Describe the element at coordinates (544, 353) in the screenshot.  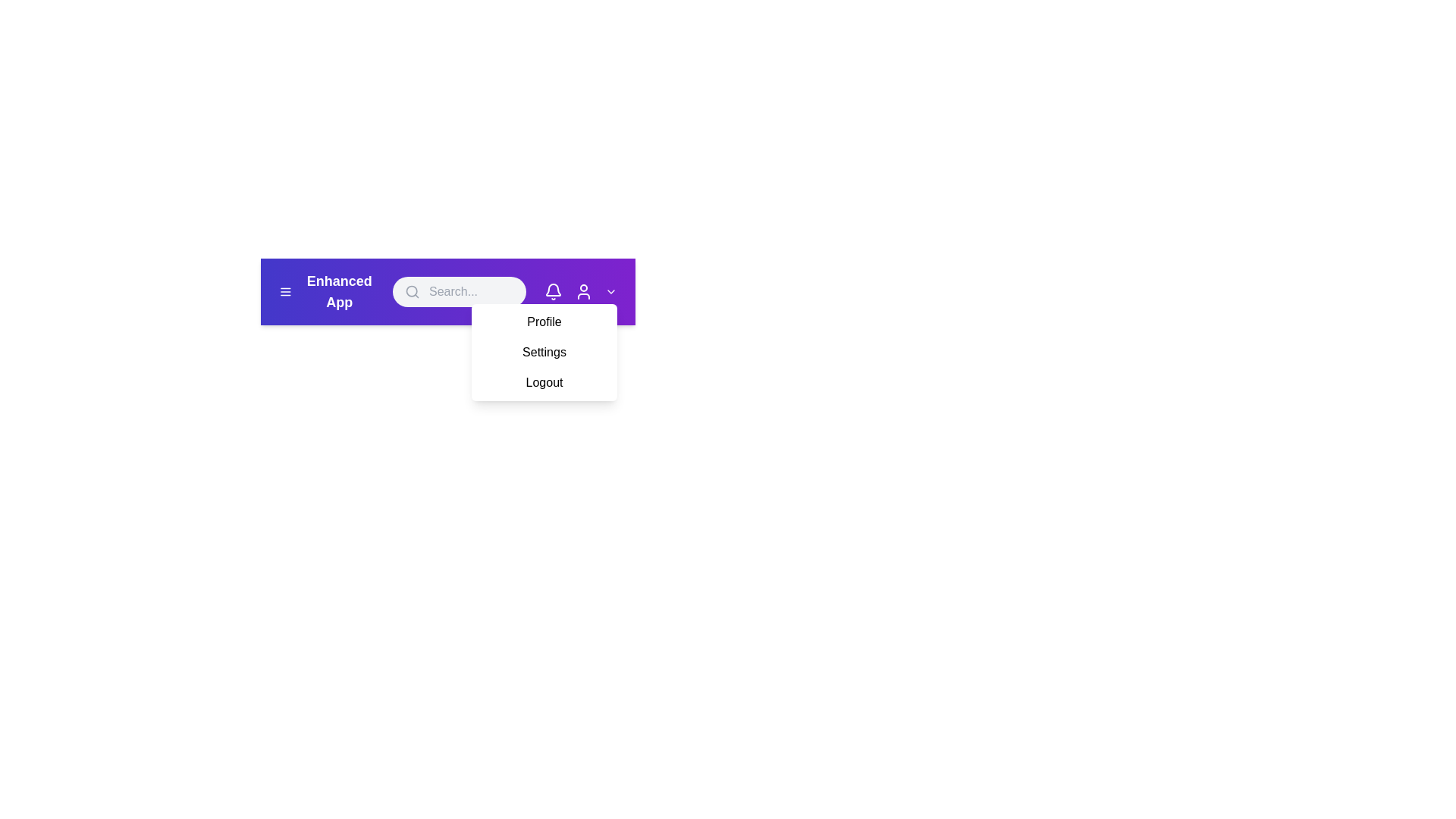
I see `the Settings from the dropdown menu` at that location.